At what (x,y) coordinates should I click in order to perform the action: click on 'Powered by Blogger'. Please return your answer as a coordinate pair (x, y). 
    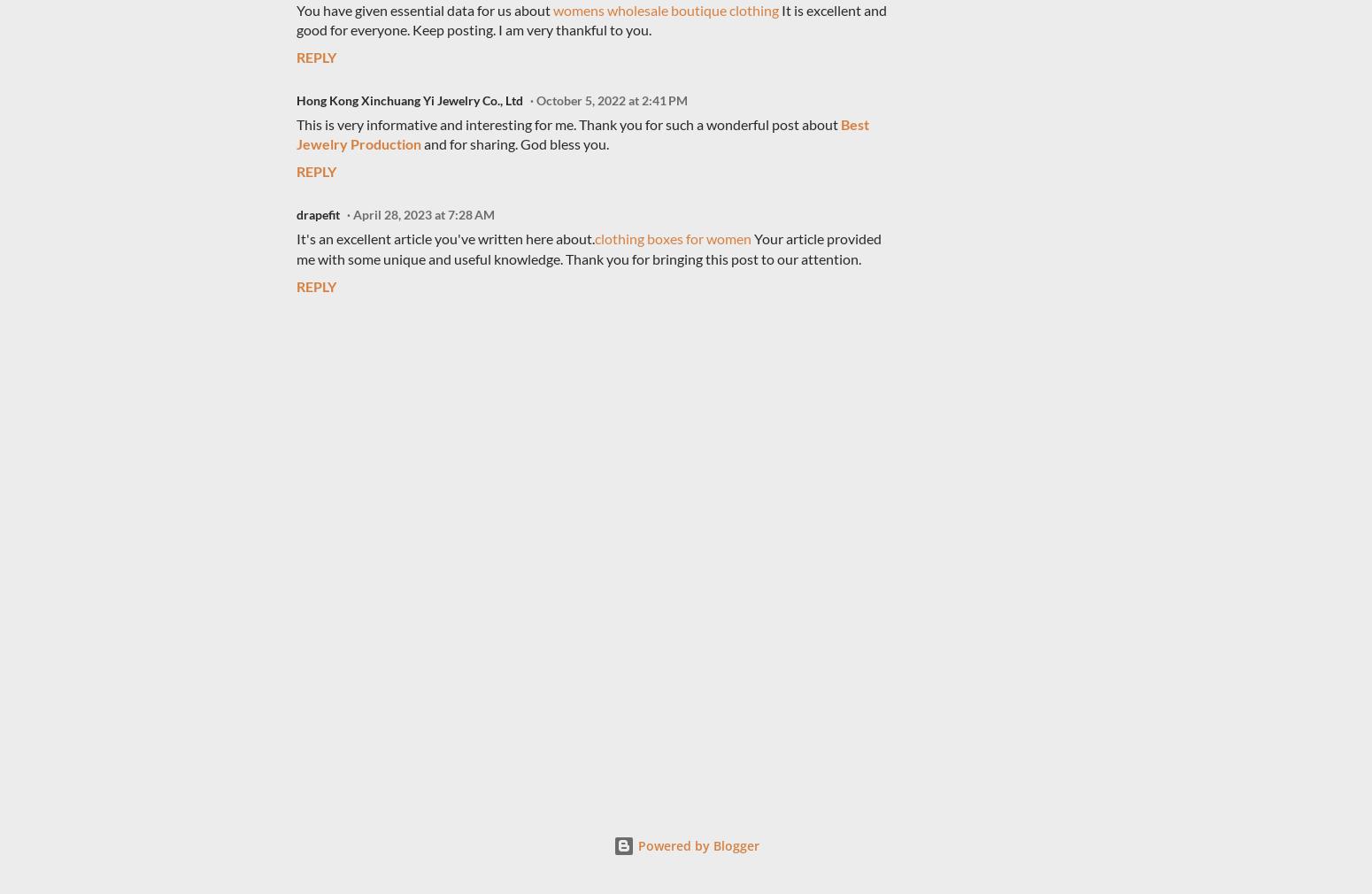
    Looking at the image, I should click on (695, 845).